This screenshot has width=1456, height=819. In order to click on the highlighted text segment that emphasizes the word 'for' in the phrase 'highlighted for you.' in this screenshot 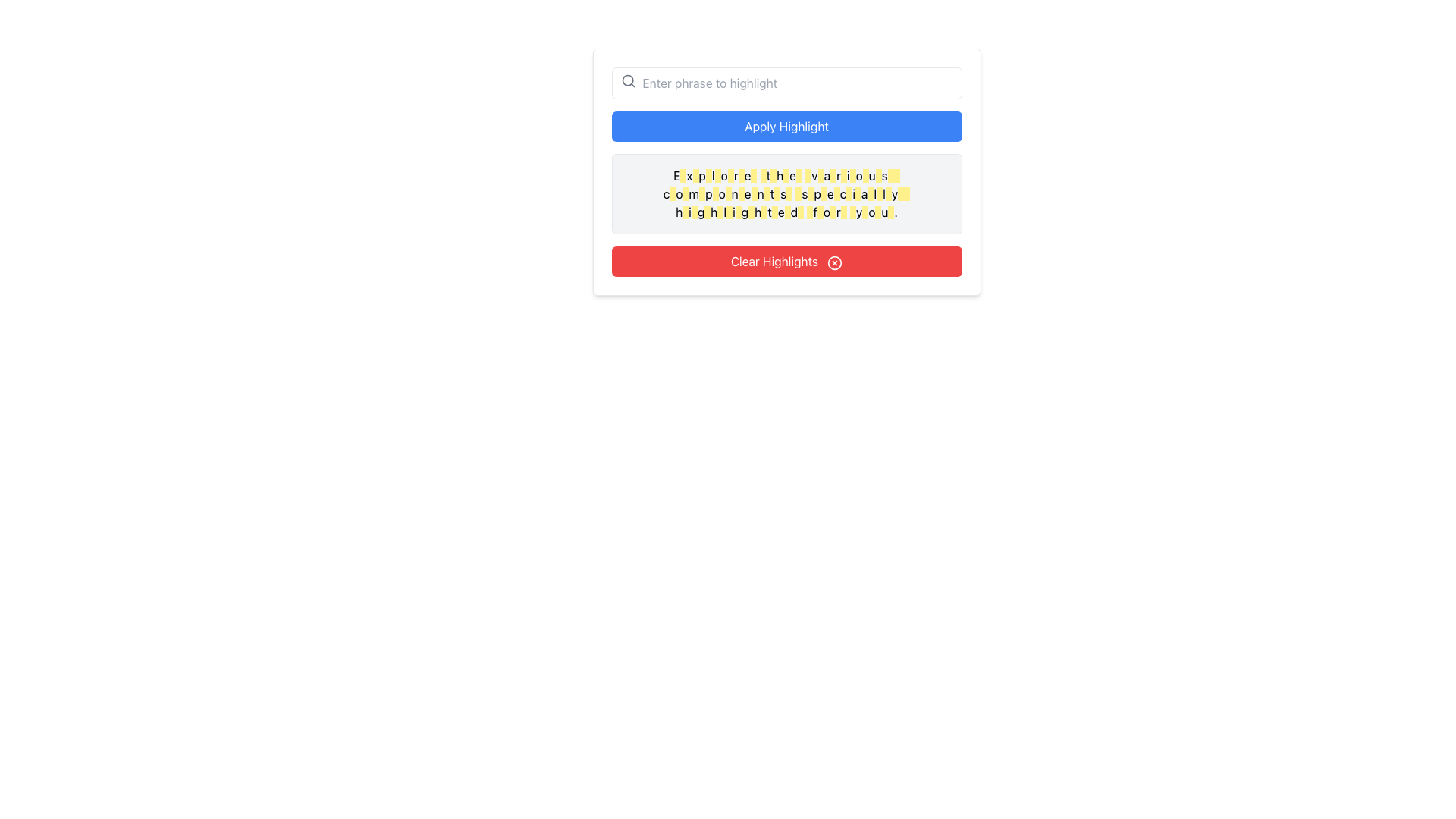, I will do `click(819, 212)`.